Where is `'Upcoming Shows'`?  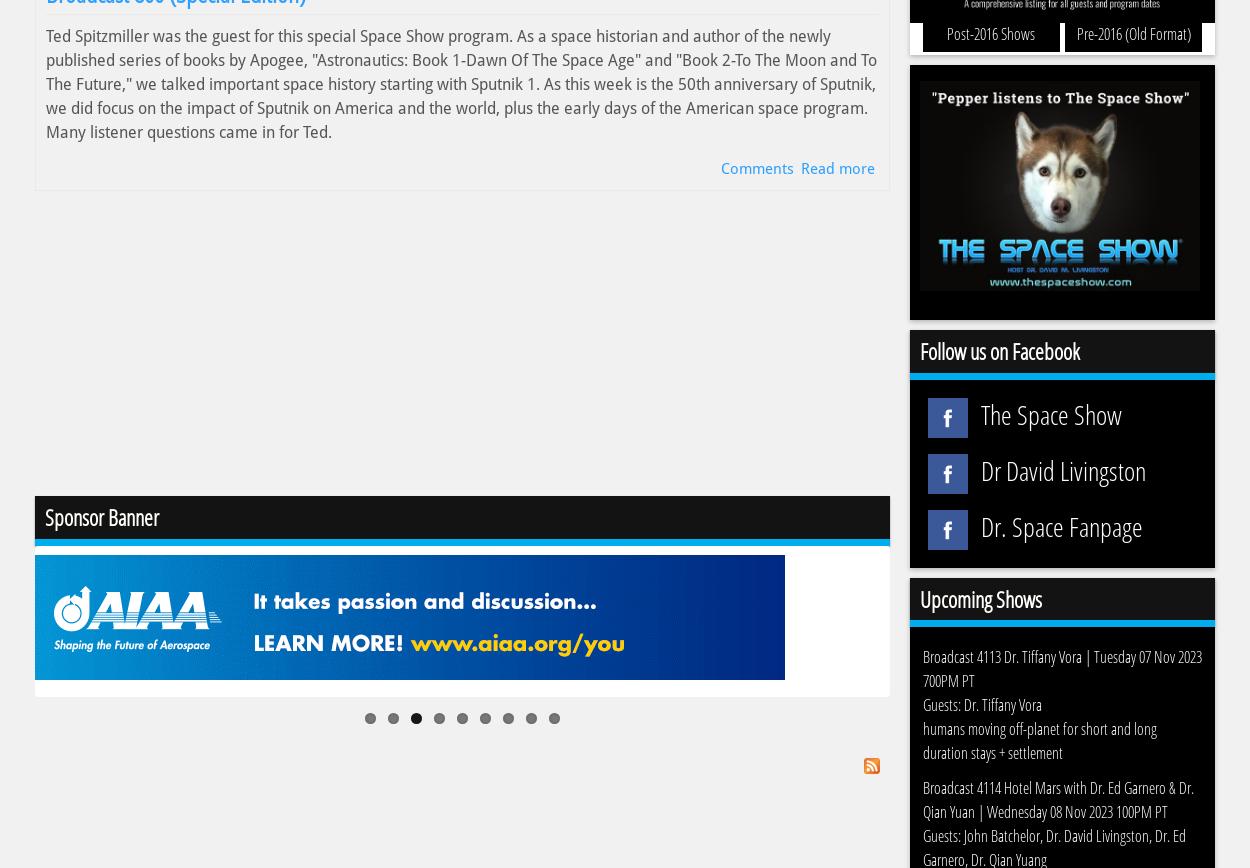
'Upcoming Shows' is located at coordinates (920, 598).